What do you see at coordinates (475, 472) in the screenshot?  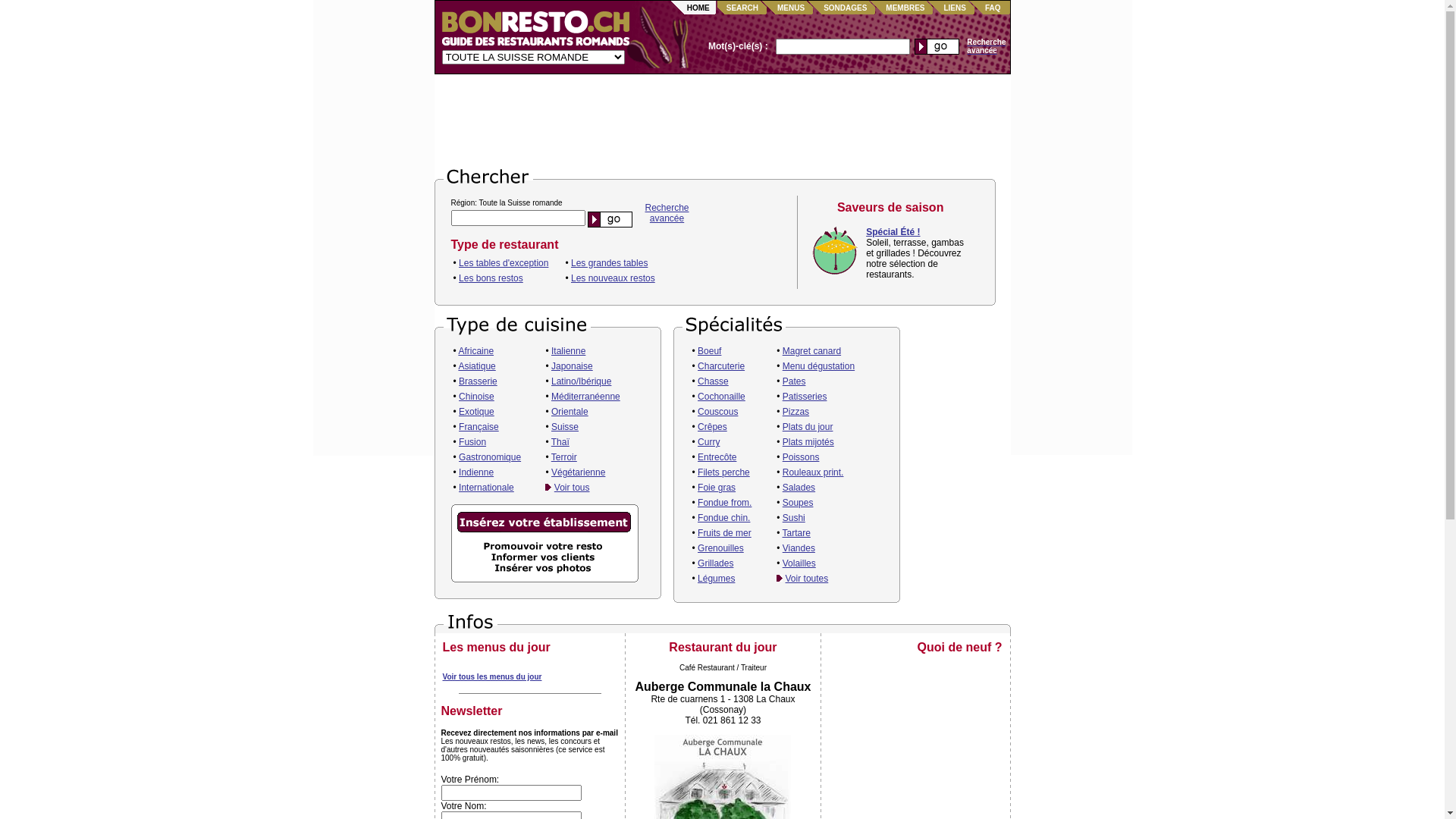 I see `'Indienne'` at bounding box center [475, 472].